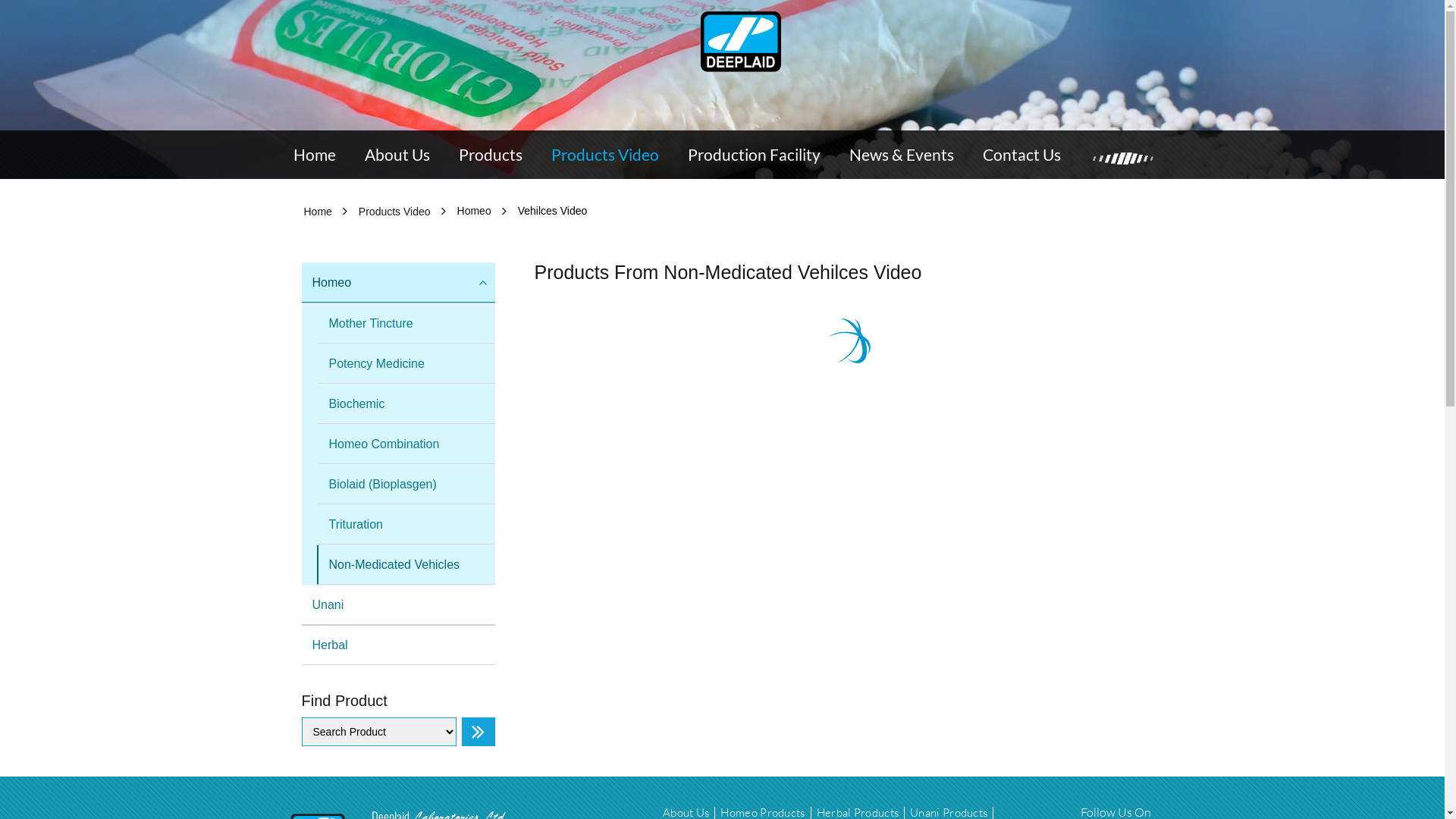 Image resolution: width=1456 pixels, height=819 pixels. Describe the element at coordinates (753, 155) in the screenshot. I see `'Production Facility'` at that location.